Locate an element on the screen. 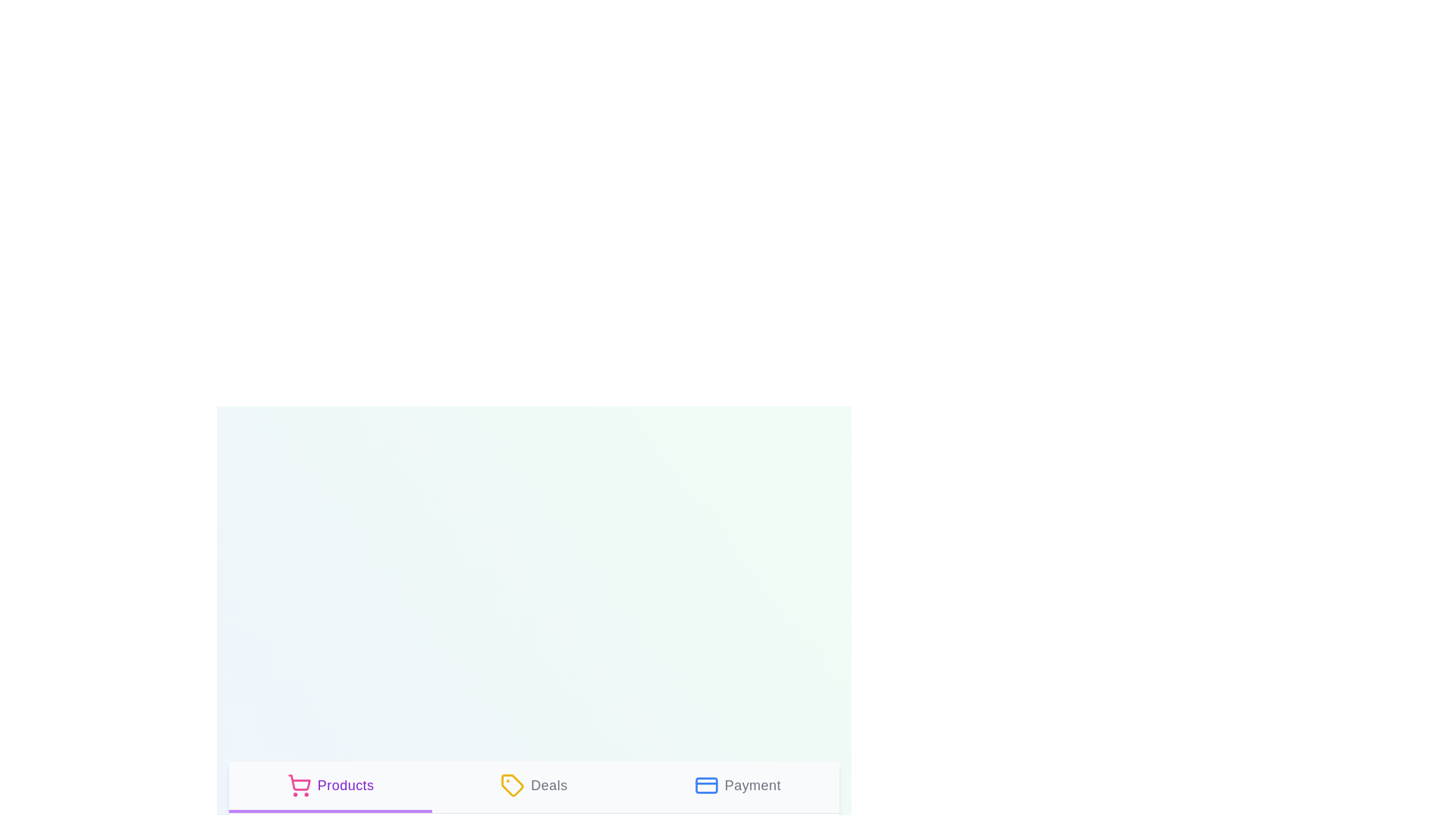 Image resolution: width=1456 pixels, height=819 pixels. the Deals tab is located at coordinates (534, 786).